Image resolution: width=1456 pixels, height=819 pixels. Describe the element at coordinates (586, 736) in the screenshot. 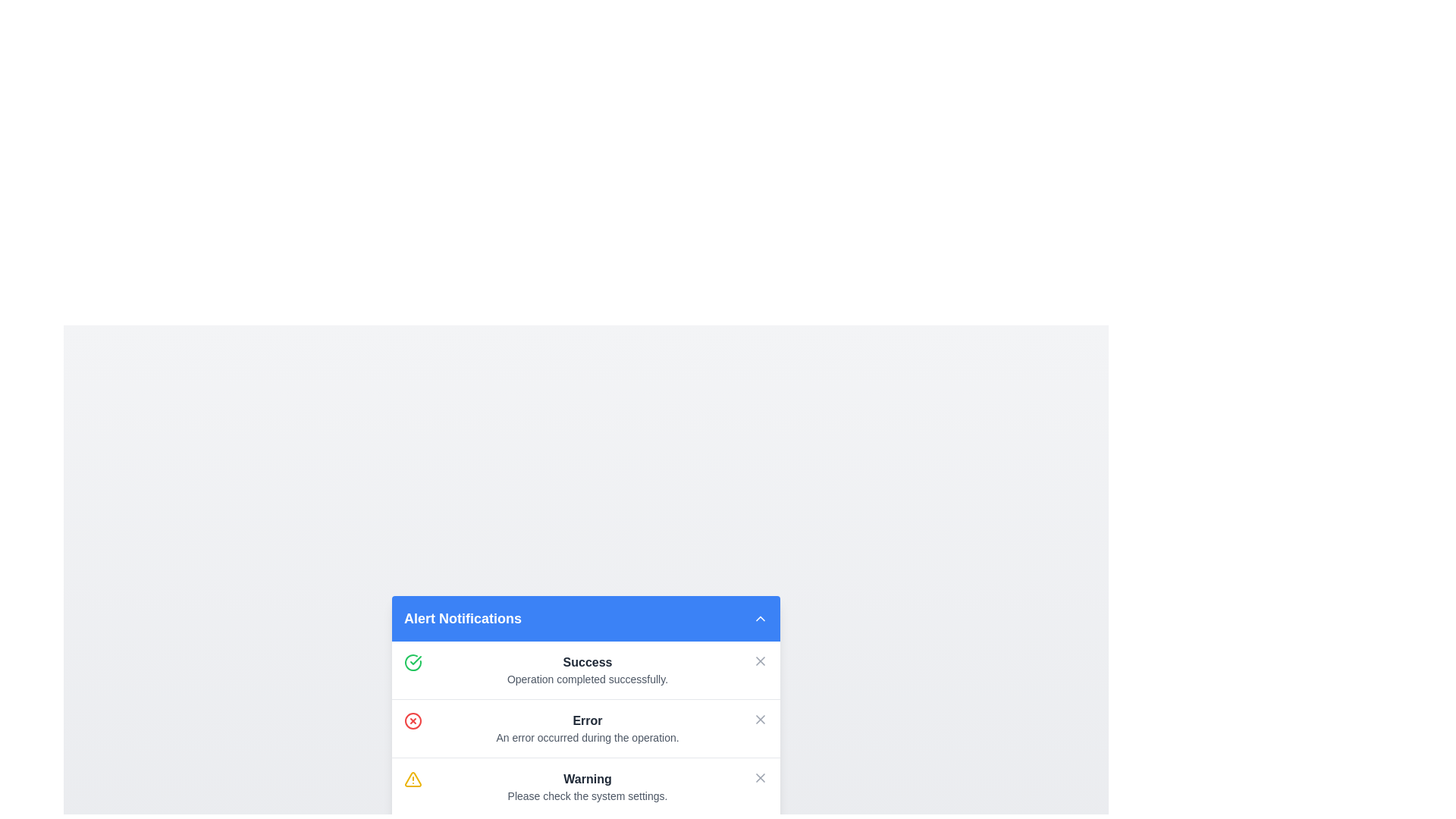

I see `the informational Text label located in the lower part of the 'Error' notification within the 'Alert Notifications' section, positioned immediately below the bold 'Error' heading` at that location.